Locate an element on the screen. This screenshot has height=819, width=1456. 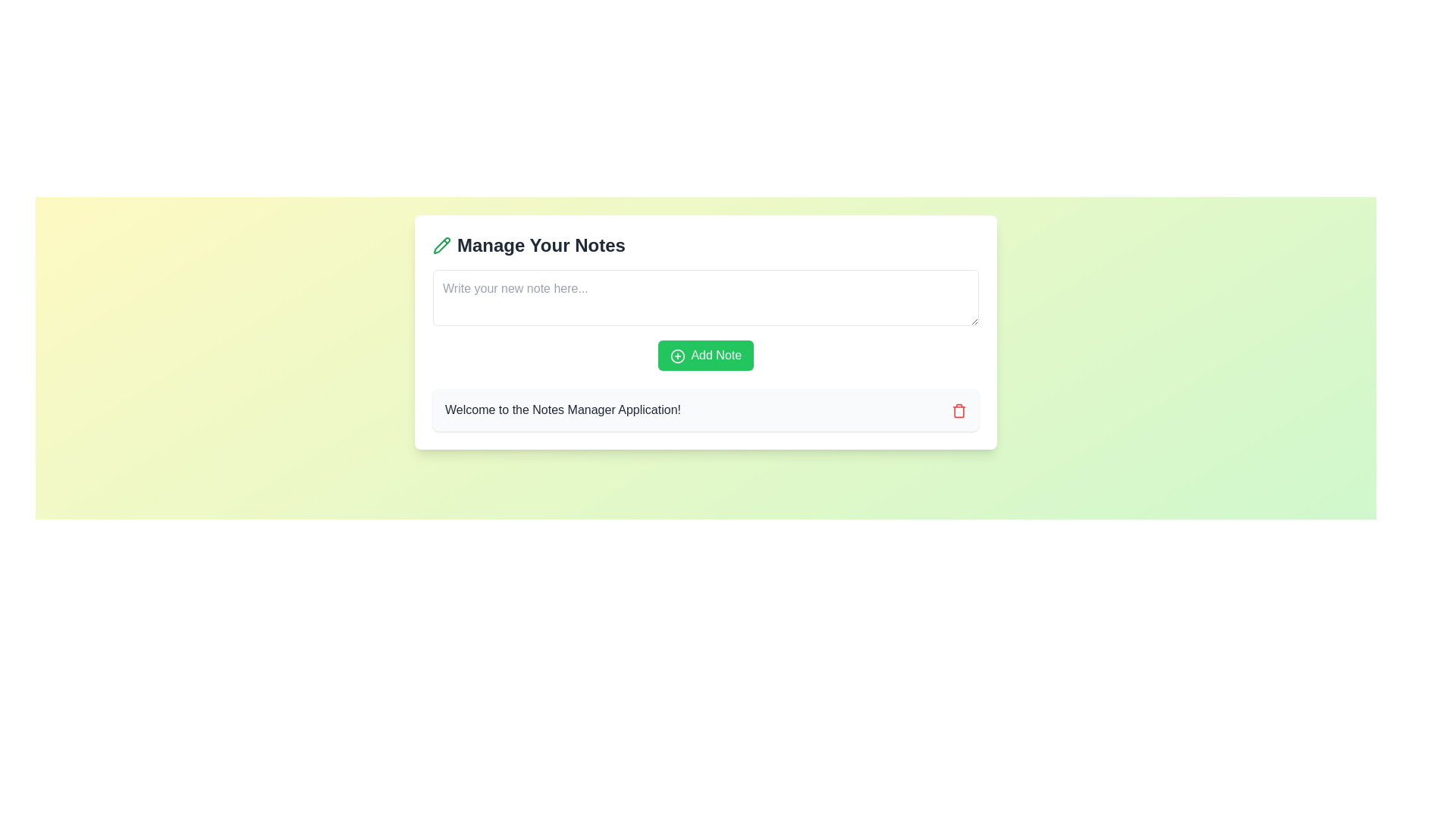
the main functional area for managing notes is located at coordinates (705, 331).